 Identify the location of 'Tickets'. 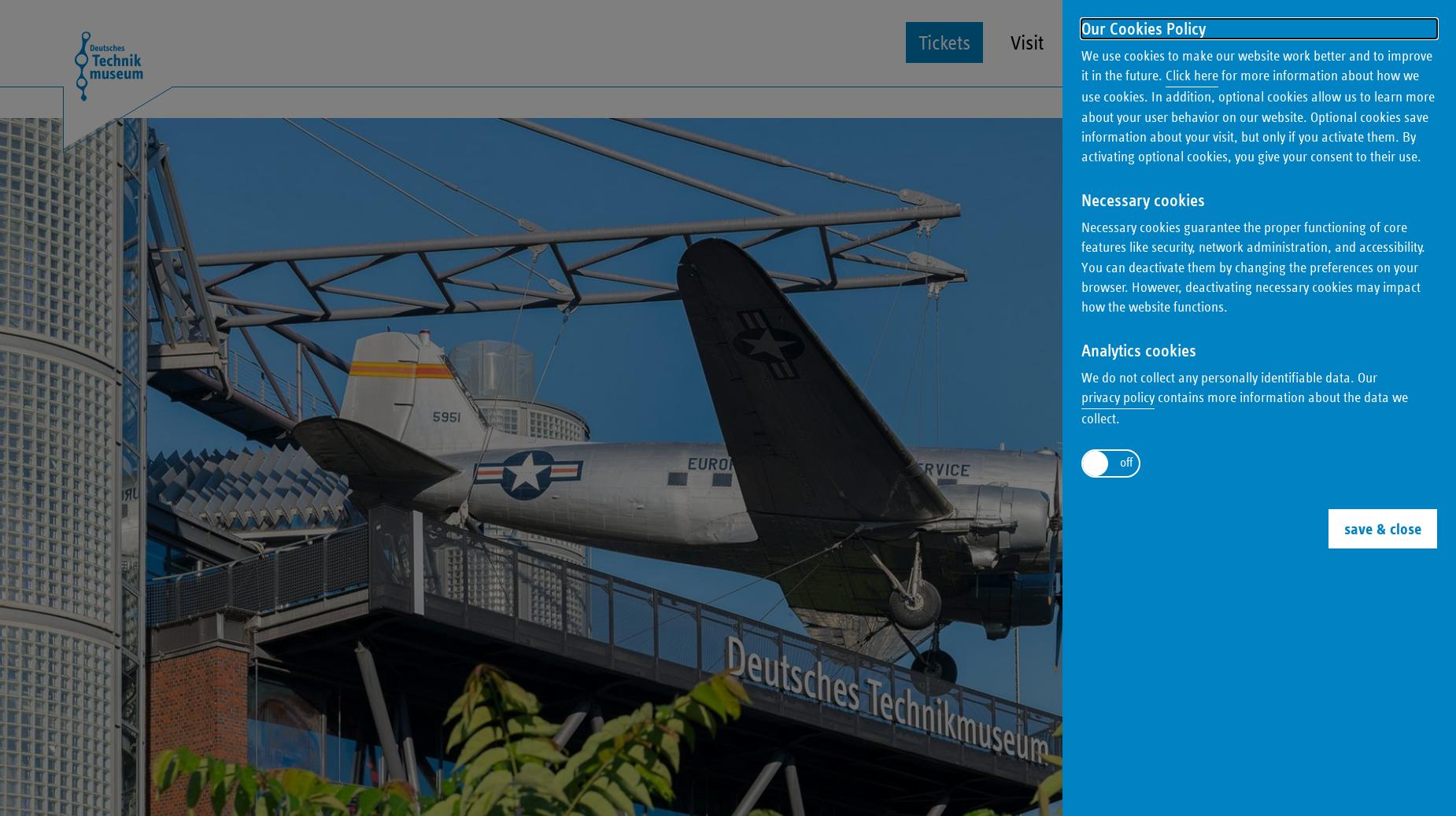
(943, 72).